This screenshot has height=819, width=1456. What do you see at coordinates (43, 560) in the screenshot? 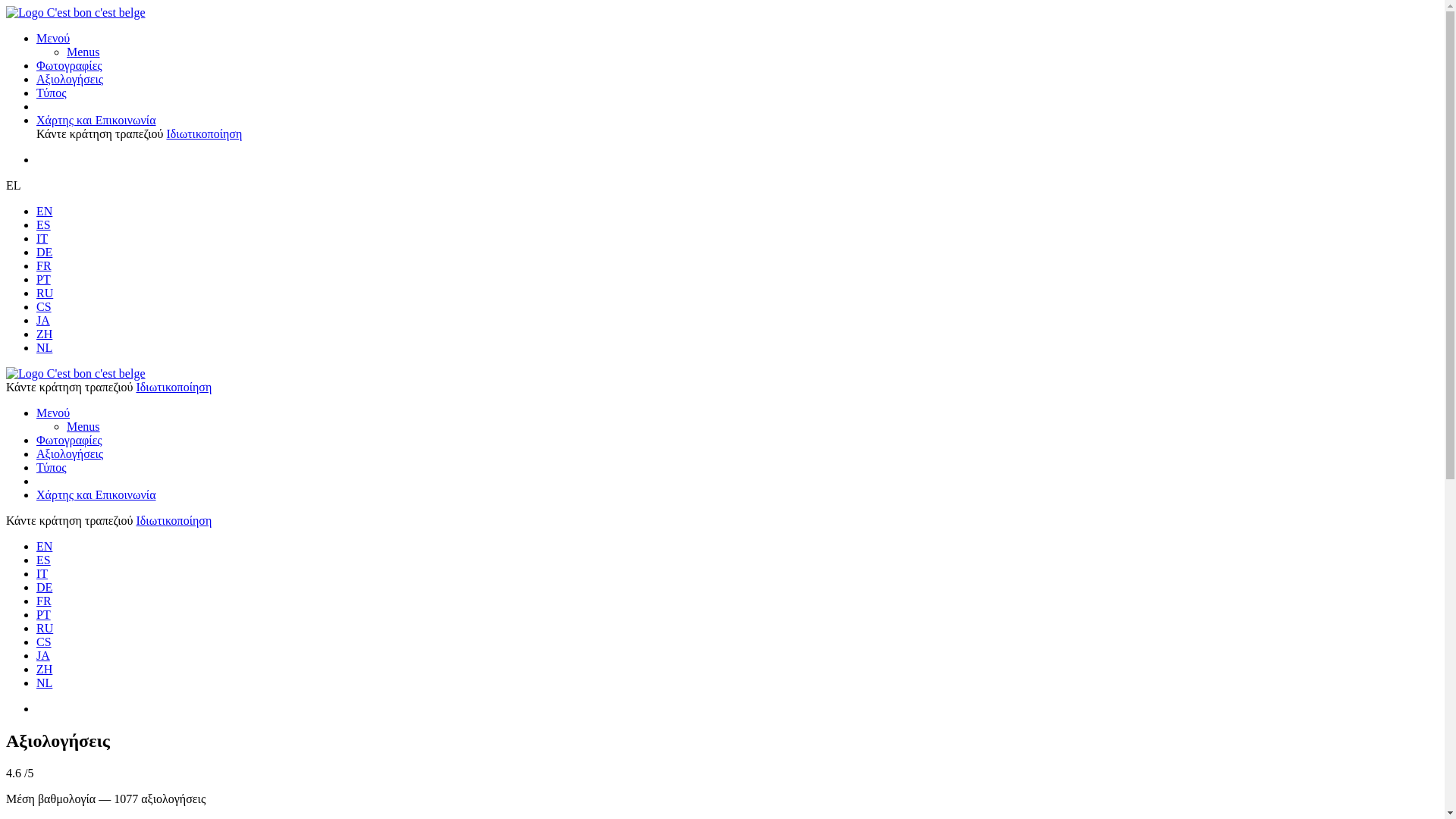
I see `'ES'` at bounding box center [43, 560].